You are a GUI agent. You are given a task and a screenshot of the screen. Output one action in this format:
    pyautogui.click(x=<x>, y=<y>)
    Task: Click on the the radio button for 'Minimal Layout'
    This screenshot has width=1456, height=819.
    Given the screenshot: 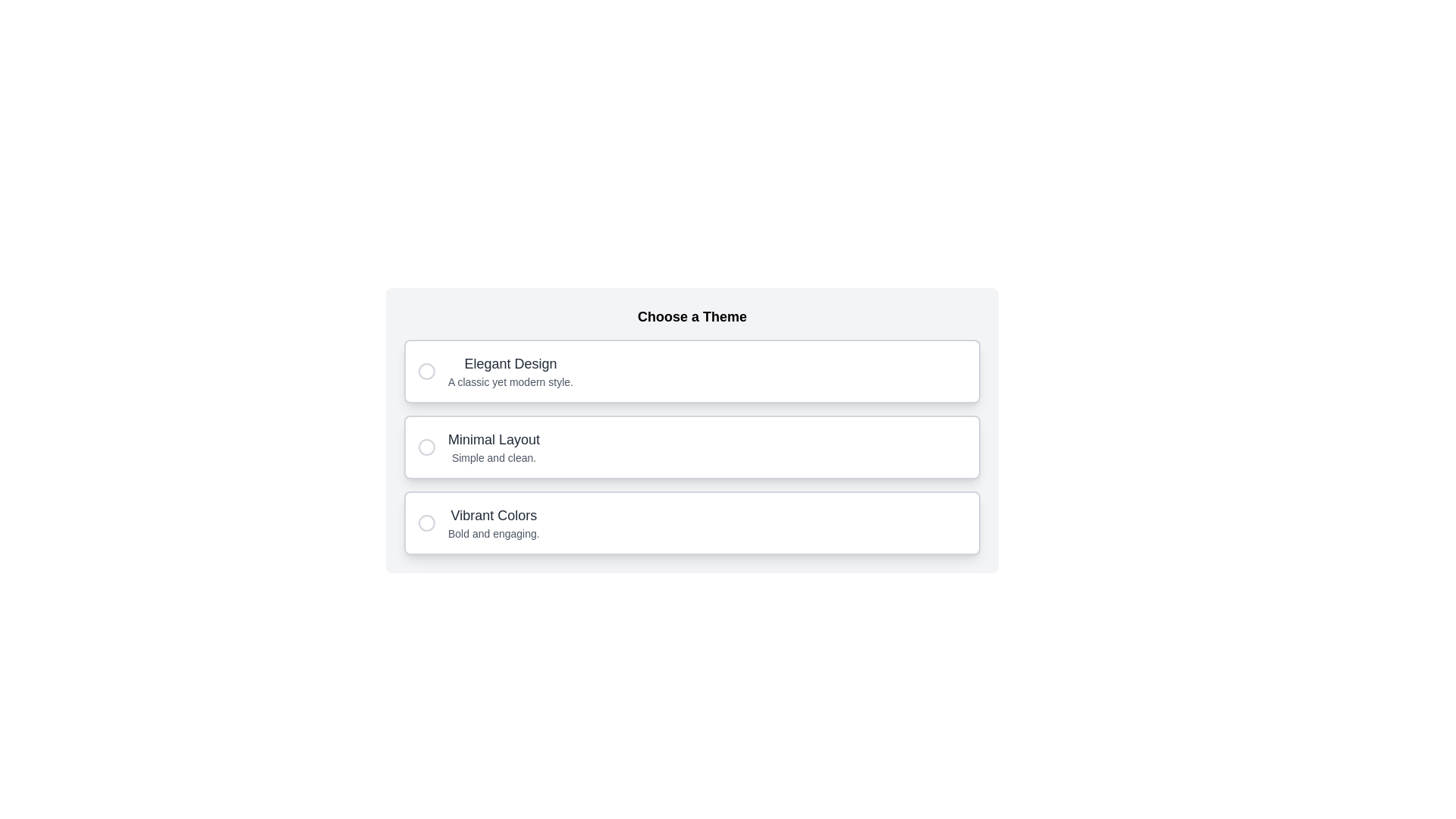 What is the action you would take?
    pyautogui.click(x=425, y=447)
    